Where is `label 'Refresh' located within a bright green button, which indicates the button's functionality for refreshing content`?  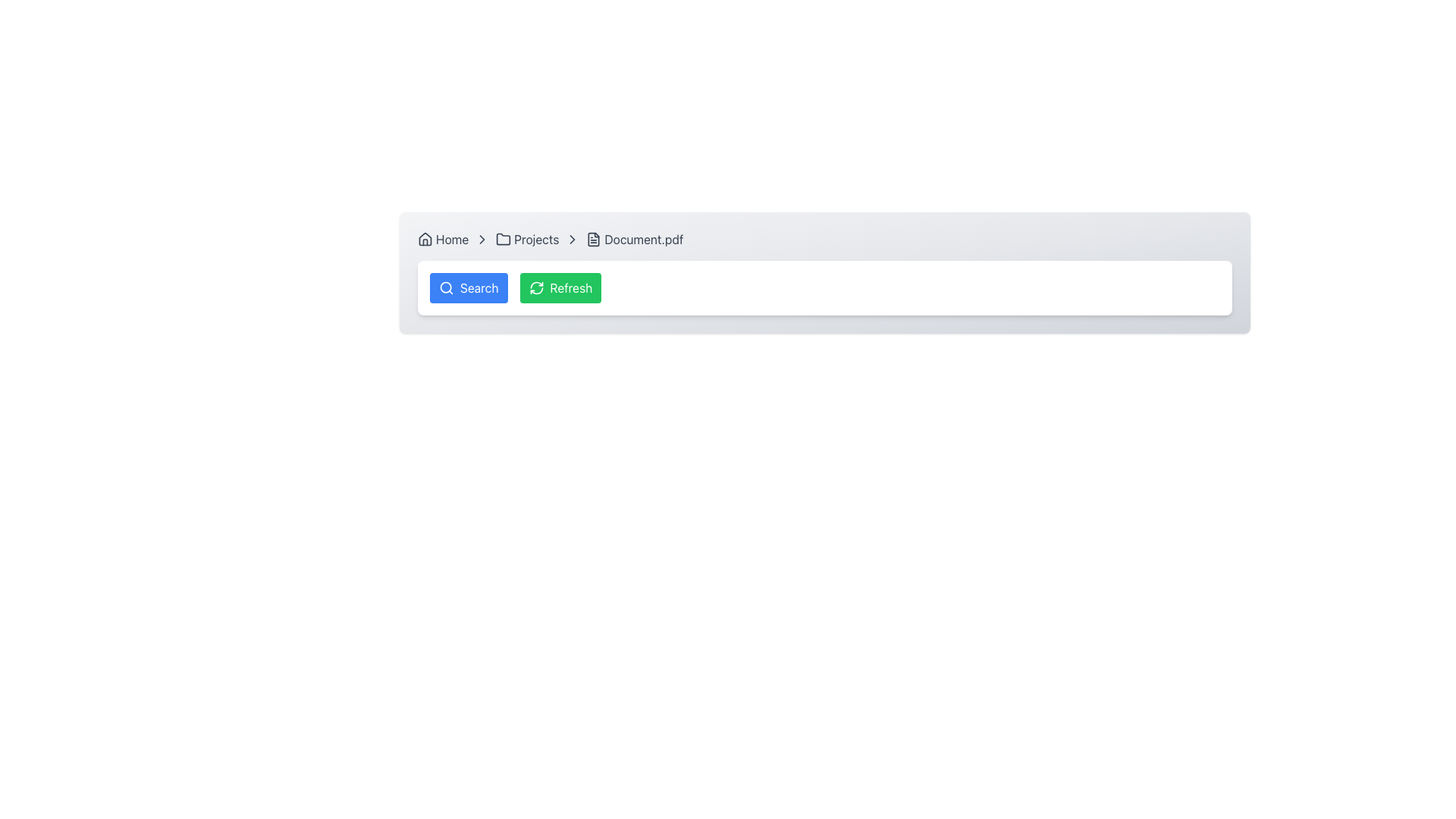
label 'Refresh' located within a bright green button, which indicates the button's functionality for refreshing content is located at coordinates (570, 288).